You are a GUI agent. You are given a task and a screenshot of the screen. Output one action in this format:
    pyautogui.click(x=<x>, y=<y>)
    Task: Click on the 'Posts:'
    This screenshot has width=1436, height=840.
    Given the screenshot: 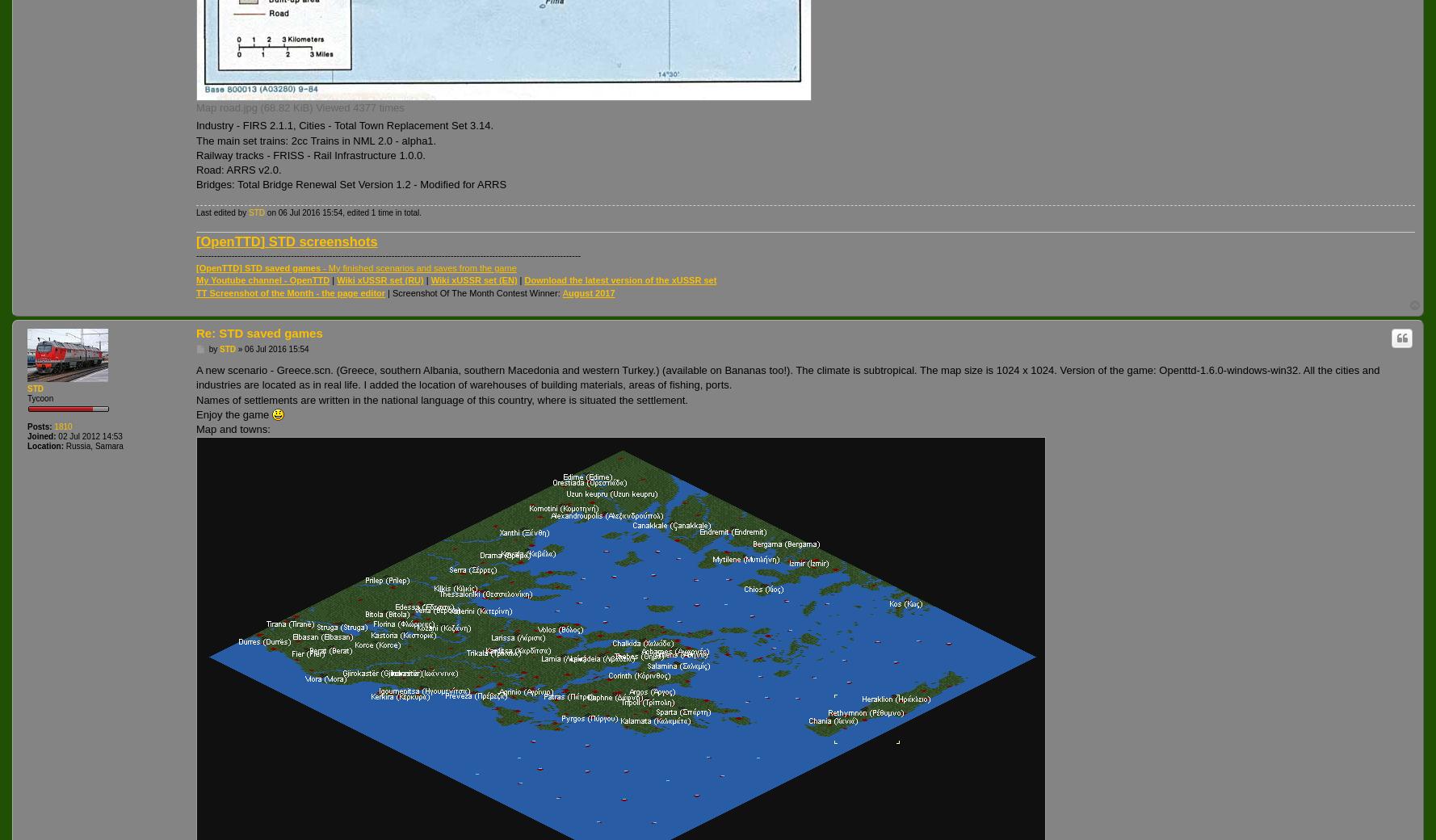 What is the action you would take?
    pyautogui.click(x=40, y=425)
    